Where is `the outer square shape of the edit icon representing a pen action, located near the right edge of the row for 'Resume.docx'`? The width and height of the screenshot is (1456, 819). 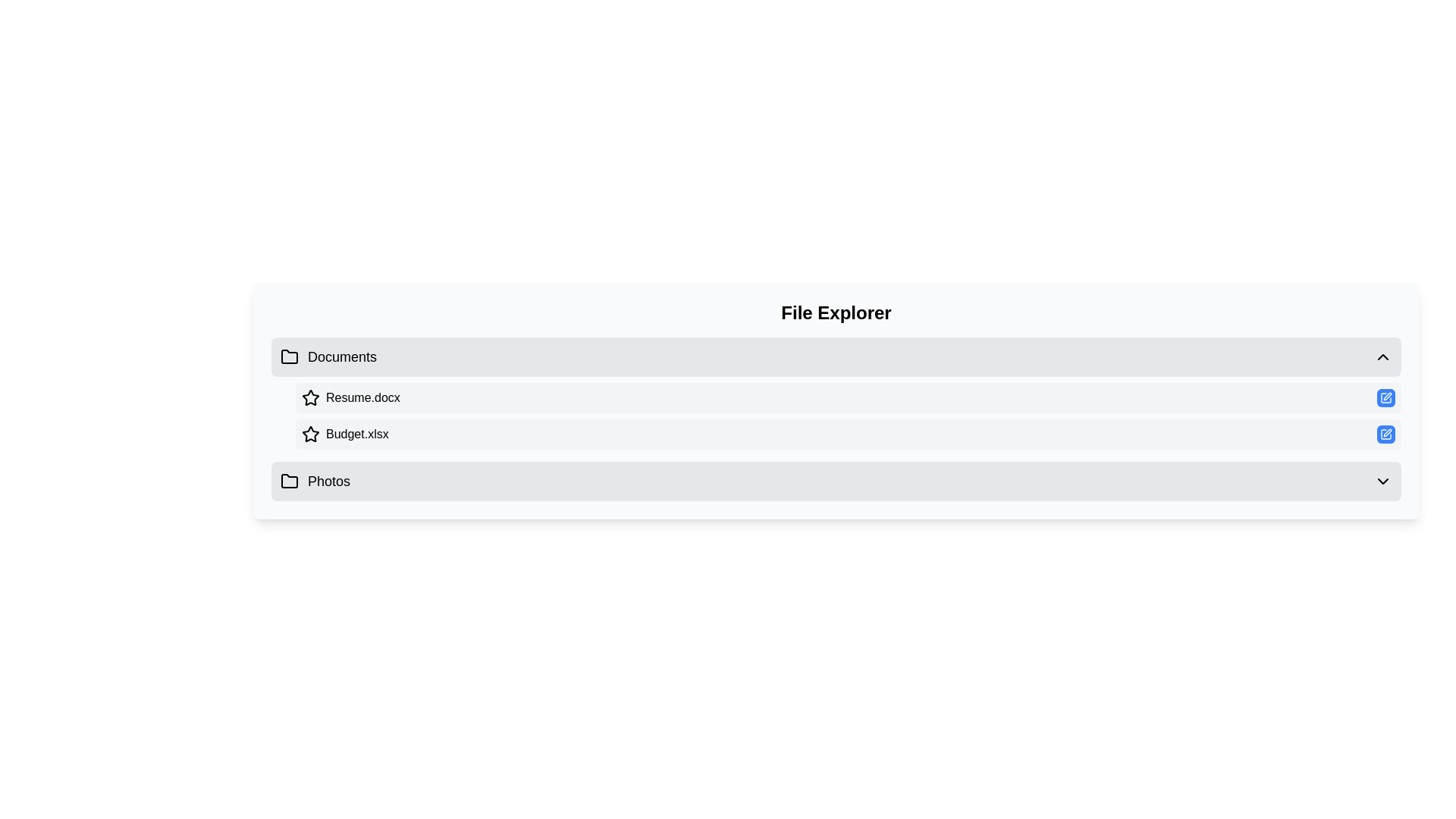
the outer square shape of the edit icon representing a pen action, located near the right edge of the row for 'Resume.docx' is located at coordinates (1386, 397).